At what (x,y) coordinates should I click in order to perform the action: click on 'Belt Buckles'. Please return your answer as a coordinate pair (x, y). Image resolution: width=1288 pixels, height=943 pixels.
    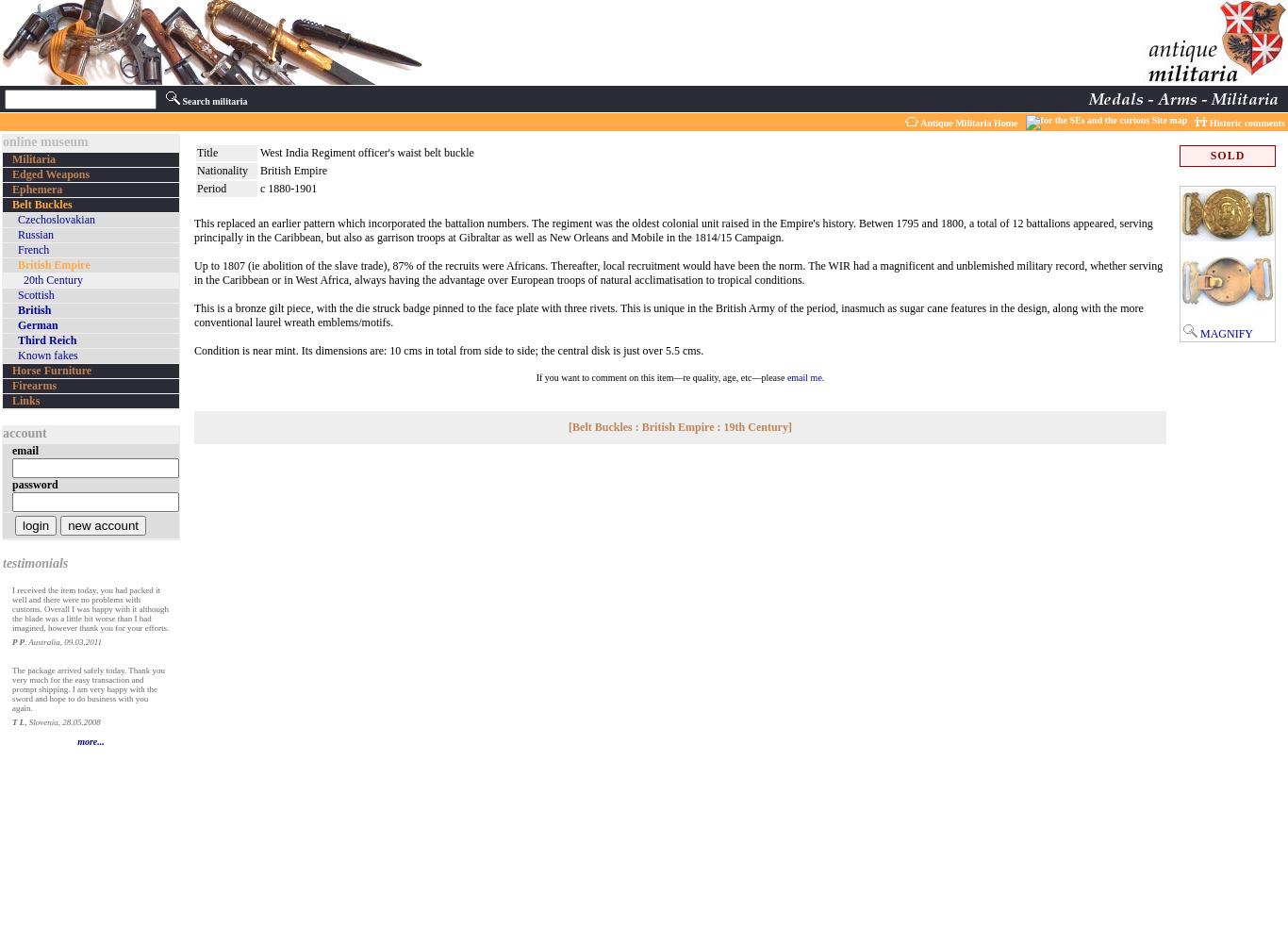
    Looking at the image, I should click on (41, 204).